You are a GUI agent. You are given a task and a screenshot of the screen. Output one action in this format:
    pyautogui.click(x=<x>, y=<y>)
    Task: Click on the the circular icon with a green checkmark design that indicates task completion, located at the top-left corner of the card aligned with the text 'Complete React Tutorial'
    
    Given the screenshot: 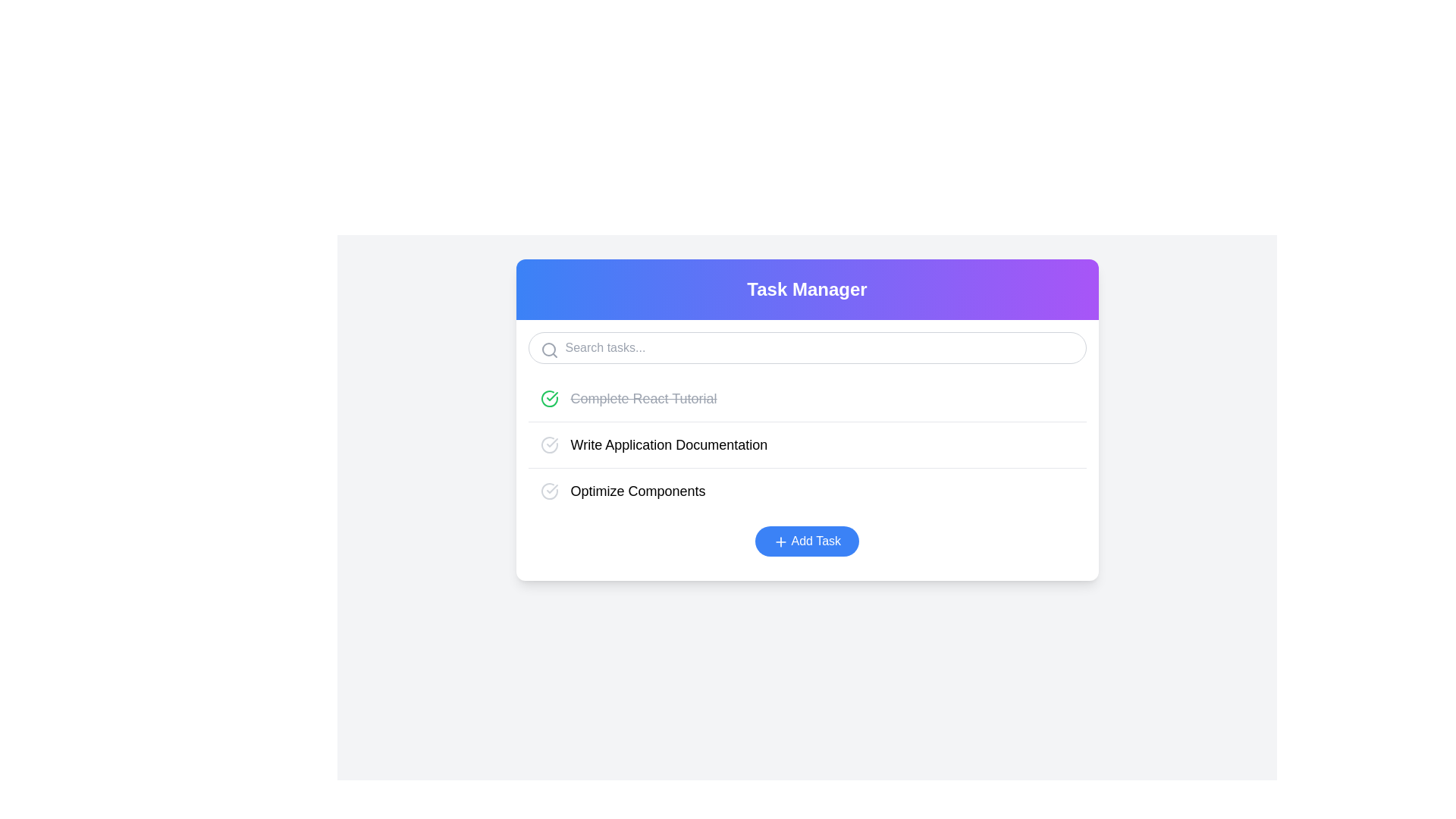 What is the action you would take?
    pyautogui.click(x=548, y=397)
    